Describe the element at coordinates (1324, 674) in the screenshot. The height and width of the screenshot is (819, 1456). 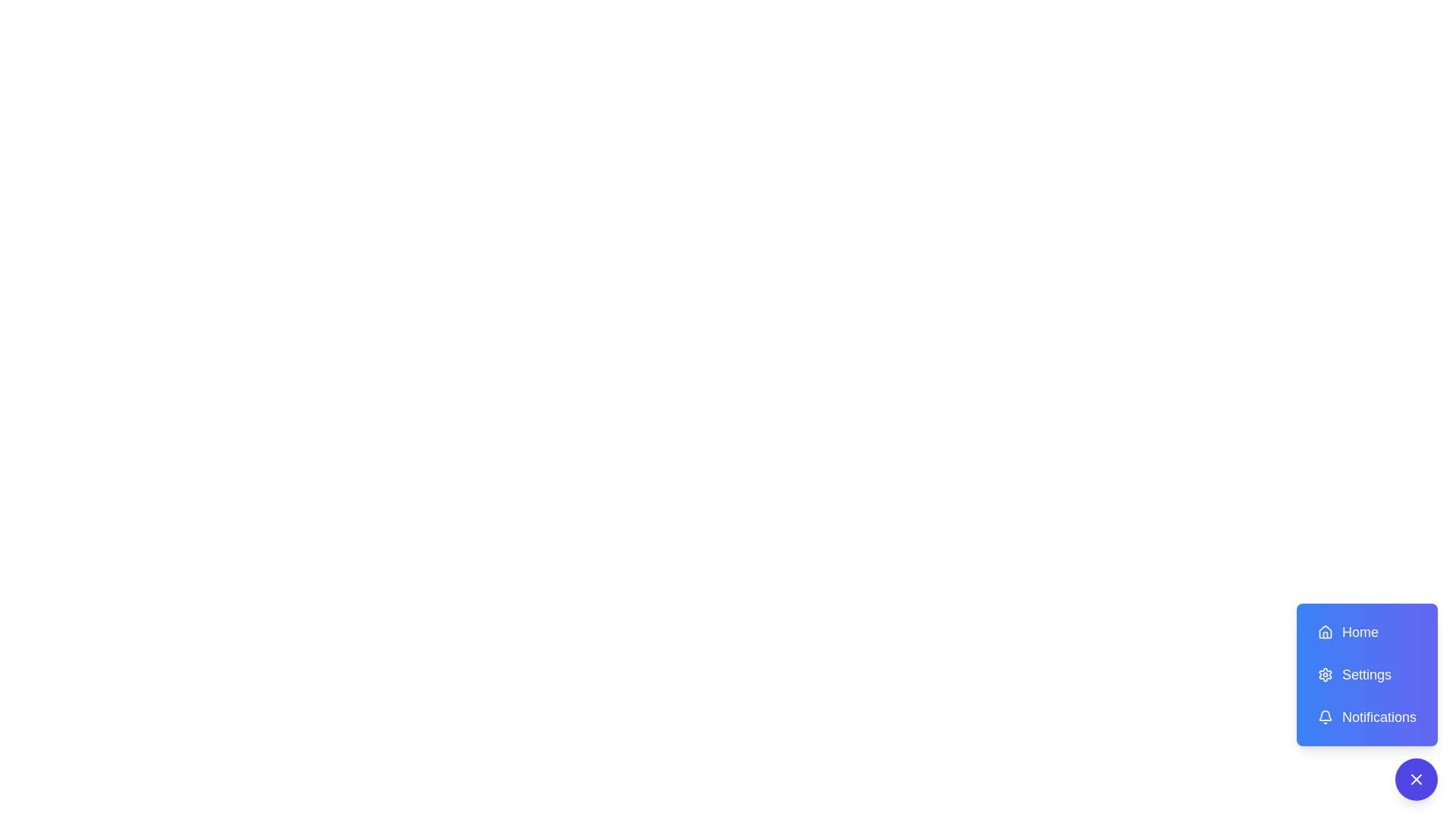
I see `the settings icon located to the left of the 'Settings' text in the vertical navigation menu` at that location.